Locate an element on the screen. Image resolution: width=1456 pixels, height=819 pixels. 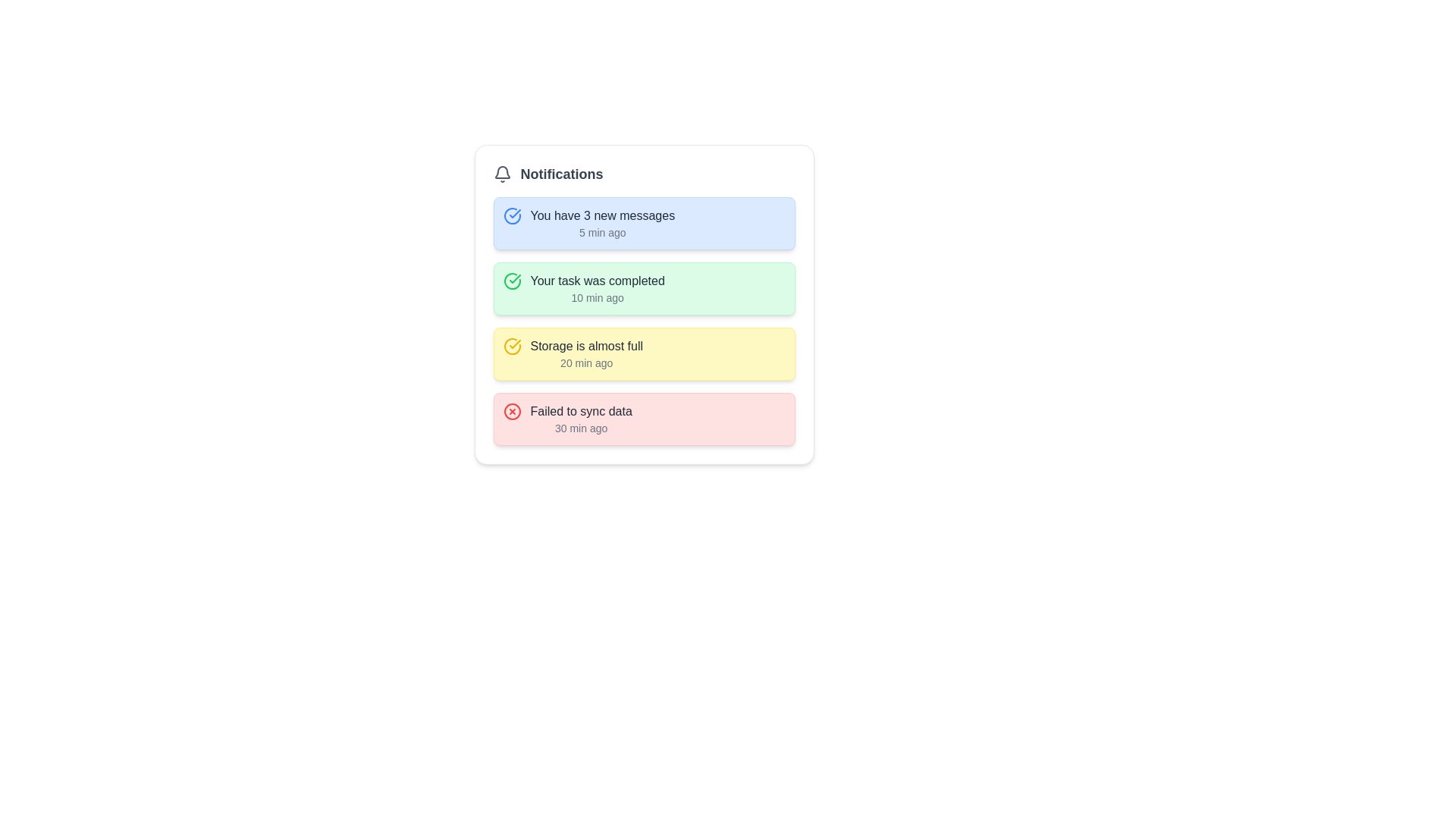
the static text content in the third notification item within the notification panel, which displays information about the storage status and is styled with a yellow background is located at coordinates (585, 346).